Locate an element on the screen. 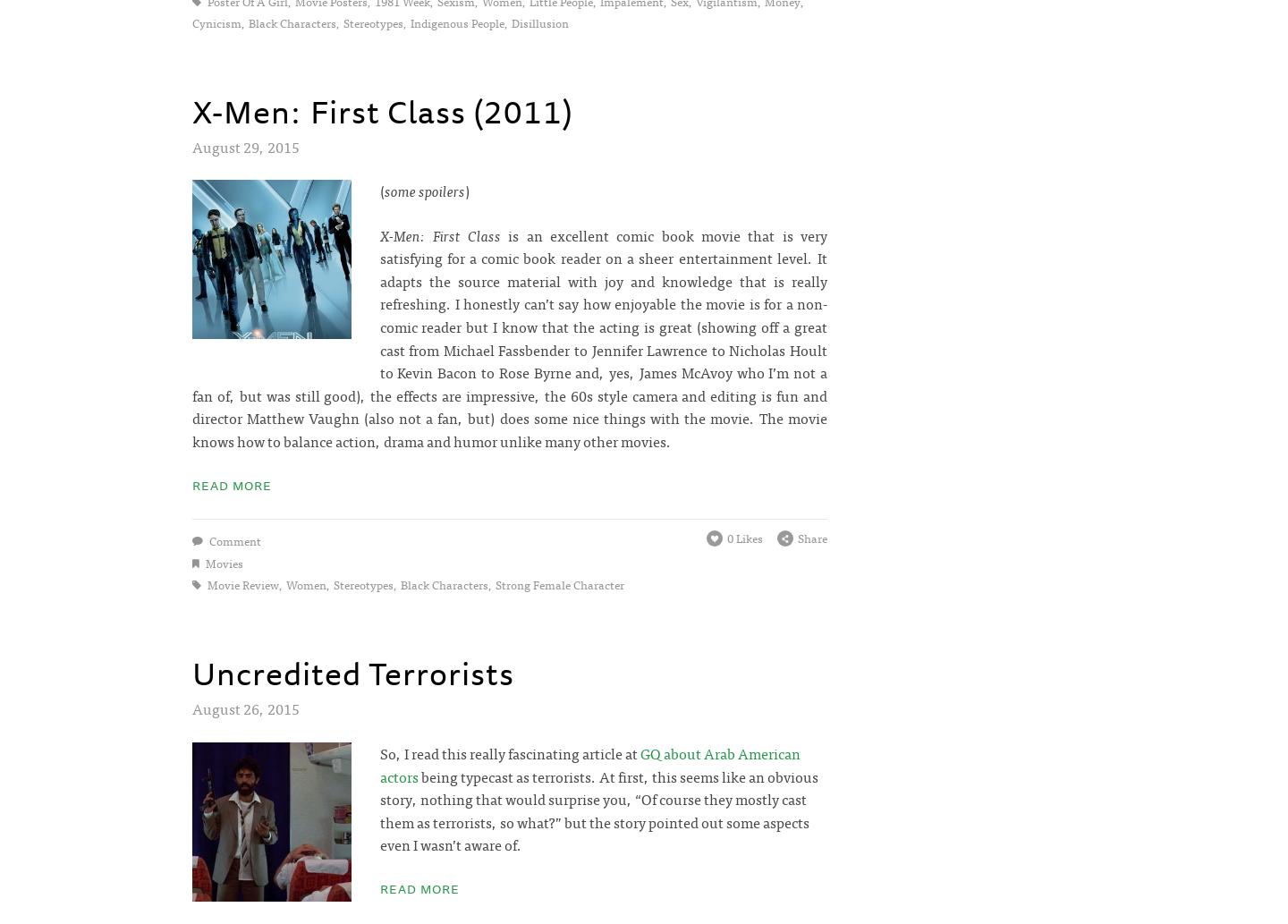 This screenshot has height=924, width=1288. 'Uncredited Terrorists' is located at coordinates (191, 673).